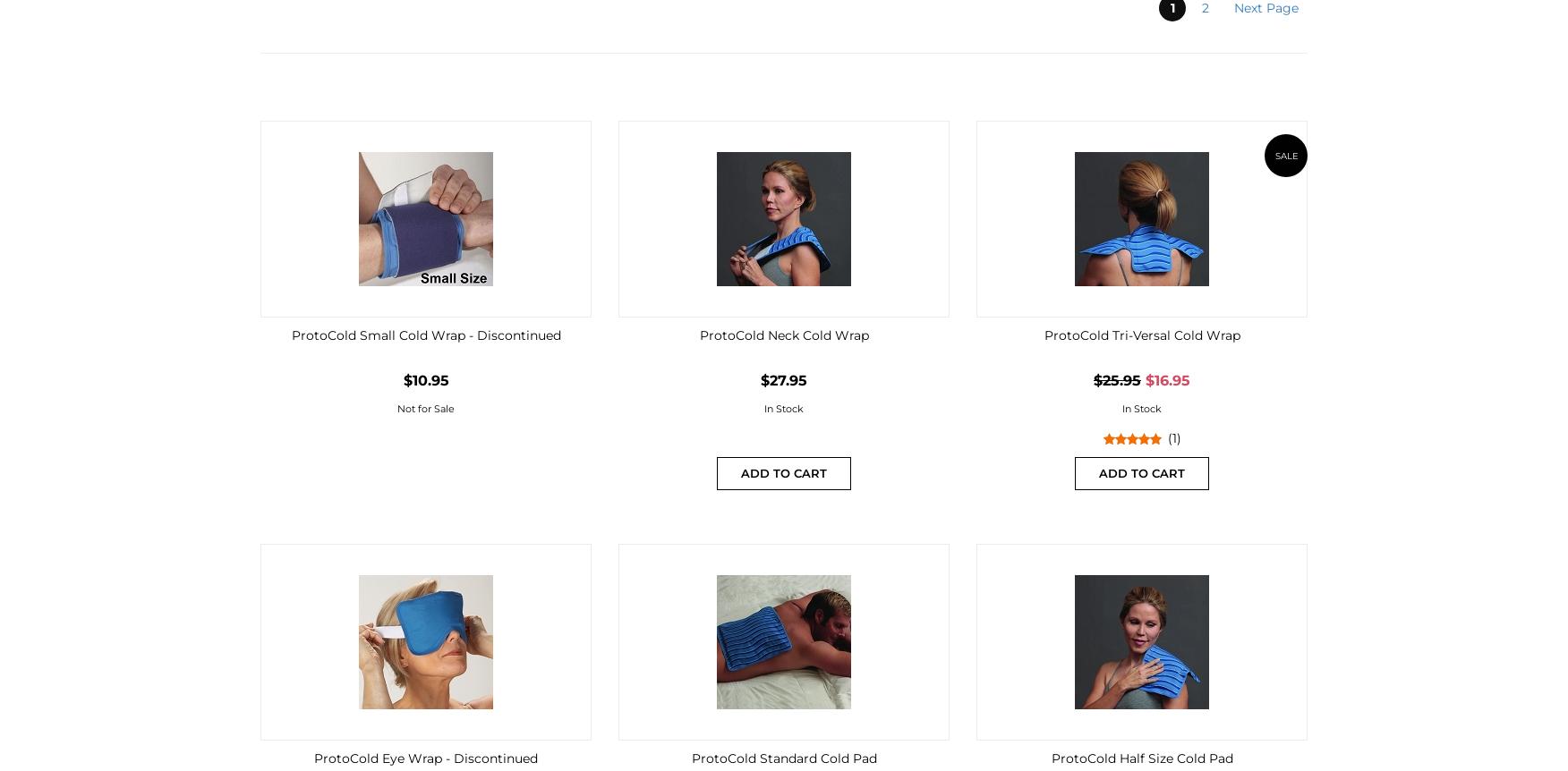 Image resolution: width=1568 pixels, height=771 pixels. What do you see at coordinates (396, 409) in the screenshot?
I see `'Not for Sale'` at bounding box center [396, 409].